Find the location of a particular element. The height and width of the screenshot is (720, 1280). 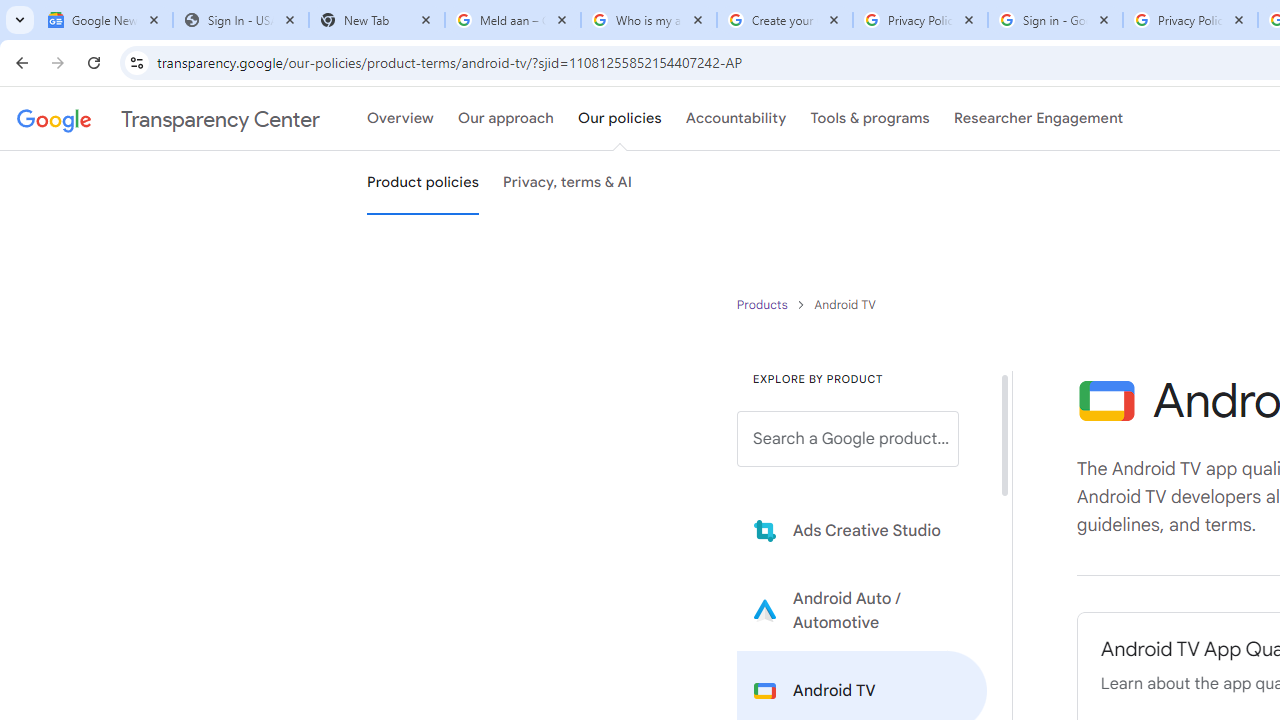

'Our approach' is located at coordinates (506, 119).